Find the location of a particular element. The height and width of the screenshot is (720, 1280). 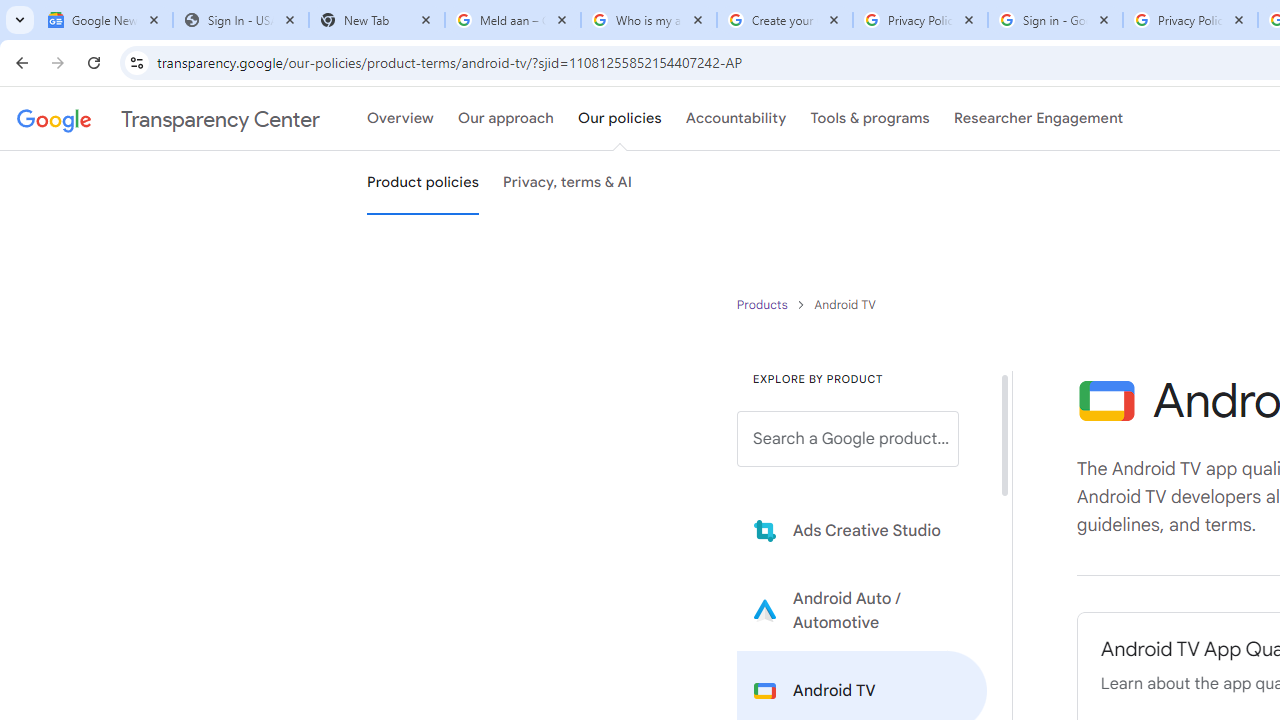

'Our approach' is located at coordinates (506, 119).